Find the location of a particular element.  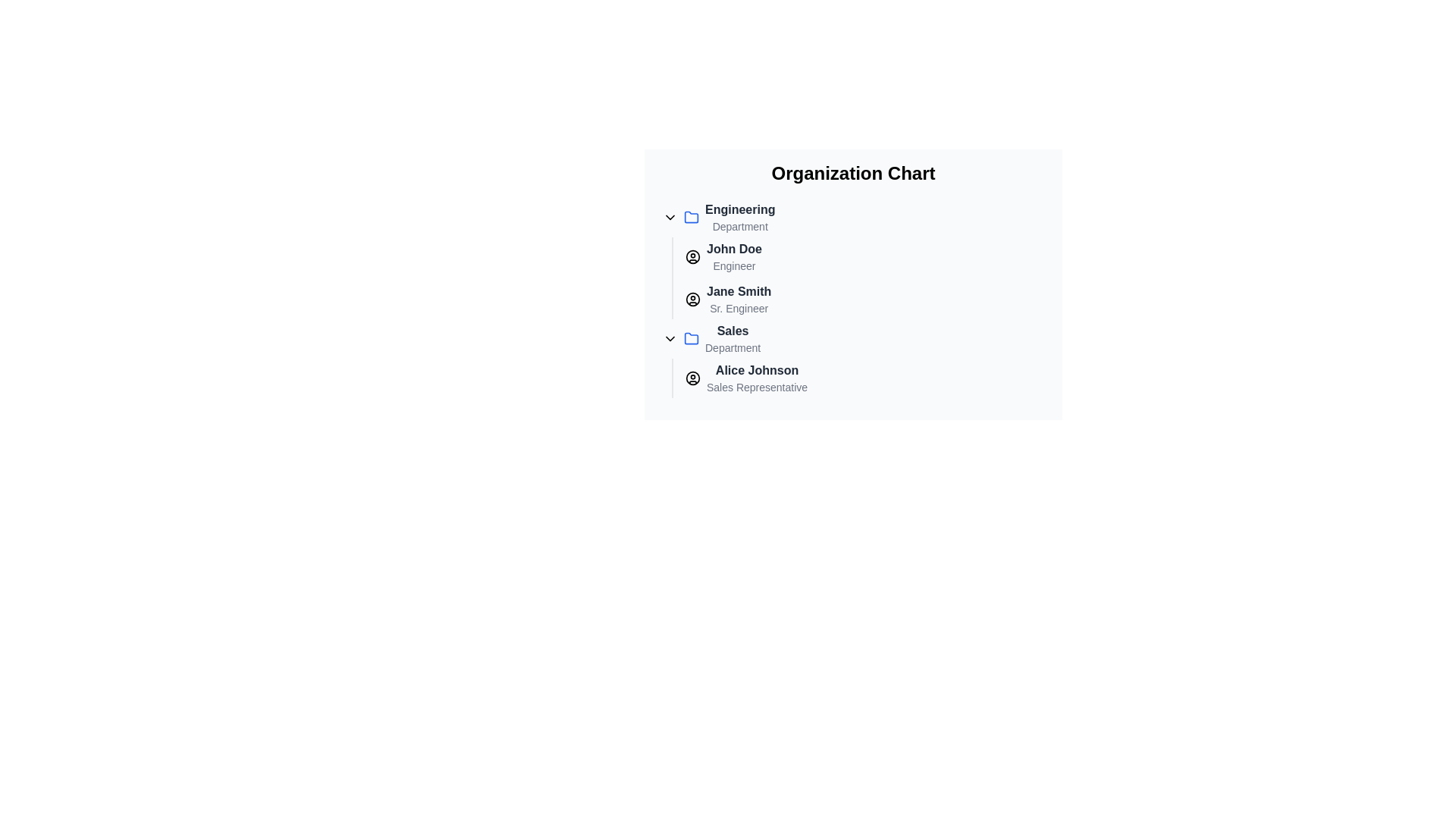

the icon representing Alice Johnson, located in the 'Sales' section of the organizational chart, next to the bold text 'Alice Johnson, Sales Representative' is located at coordinates (692, 377).